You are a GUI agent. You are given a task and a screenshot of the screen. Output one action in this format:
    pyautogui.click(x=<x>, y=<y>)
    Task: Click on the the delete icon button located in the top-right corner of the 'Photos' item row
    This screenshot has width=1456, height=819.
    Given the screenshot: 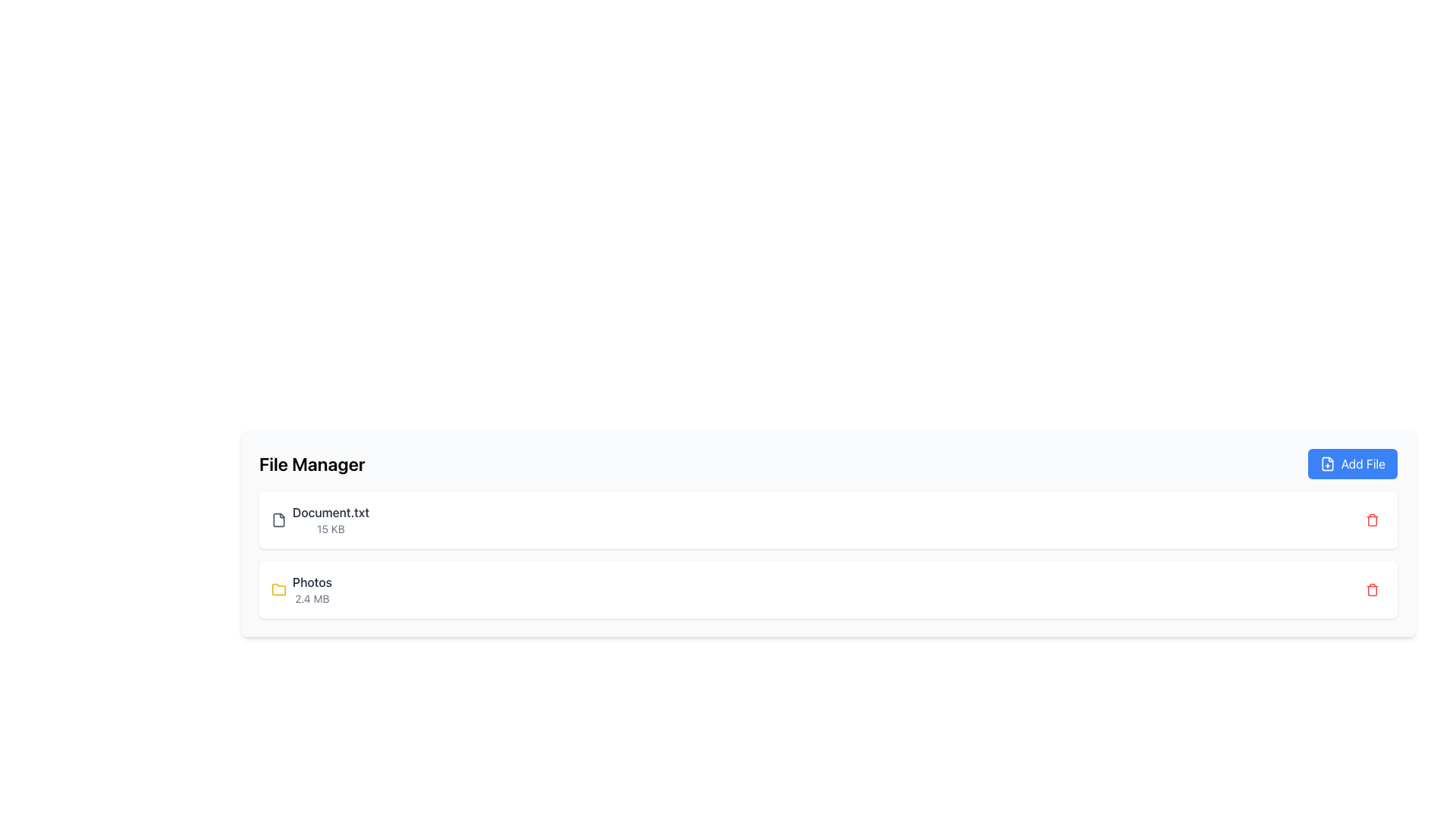 What is the action you would take?
    pyautogui.click(x=1372, y=519)
    